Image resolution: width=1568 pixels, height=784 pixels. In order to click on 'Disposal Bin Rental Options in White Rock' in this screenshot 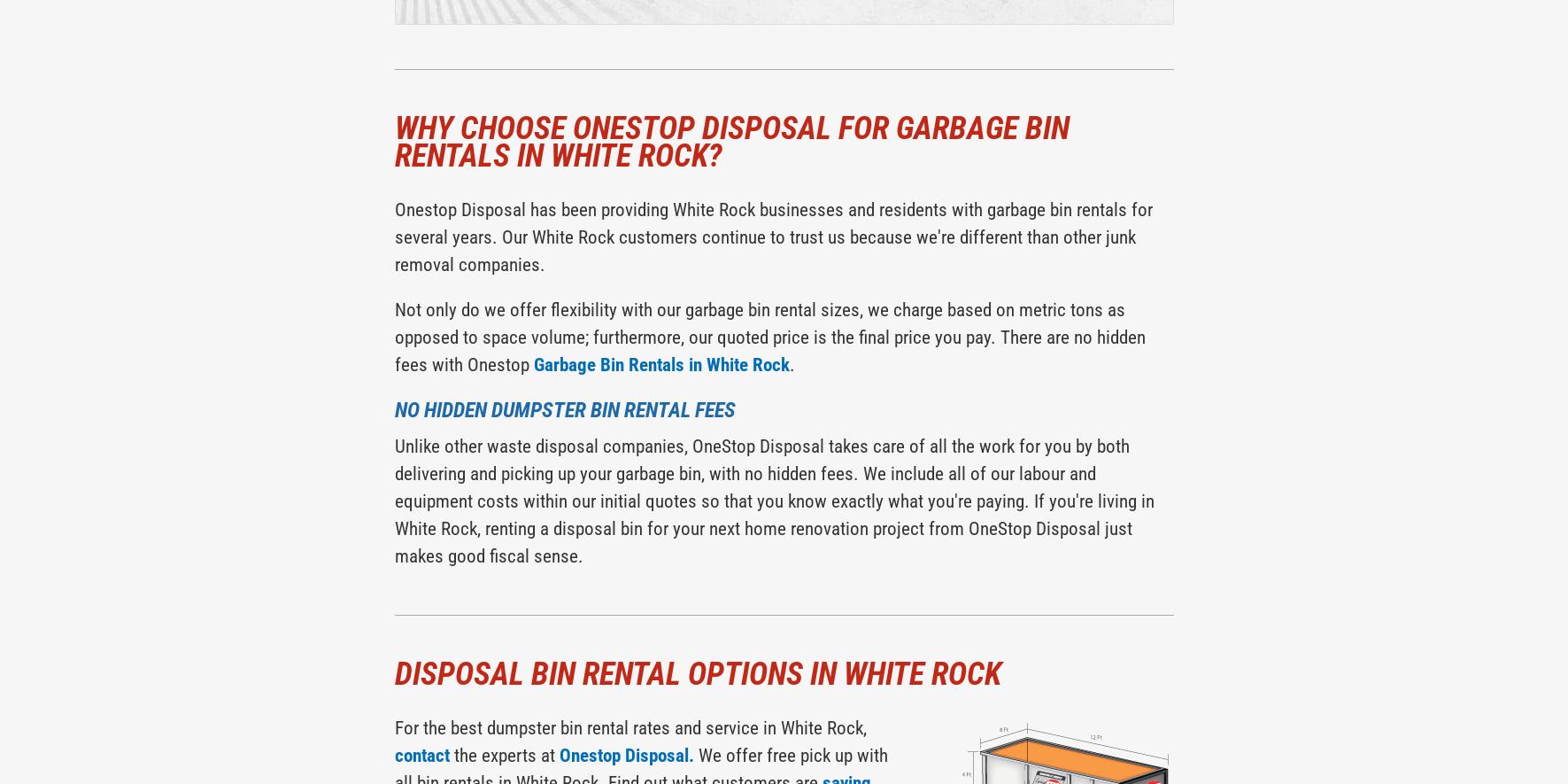, I will do `click(696, 674)`.